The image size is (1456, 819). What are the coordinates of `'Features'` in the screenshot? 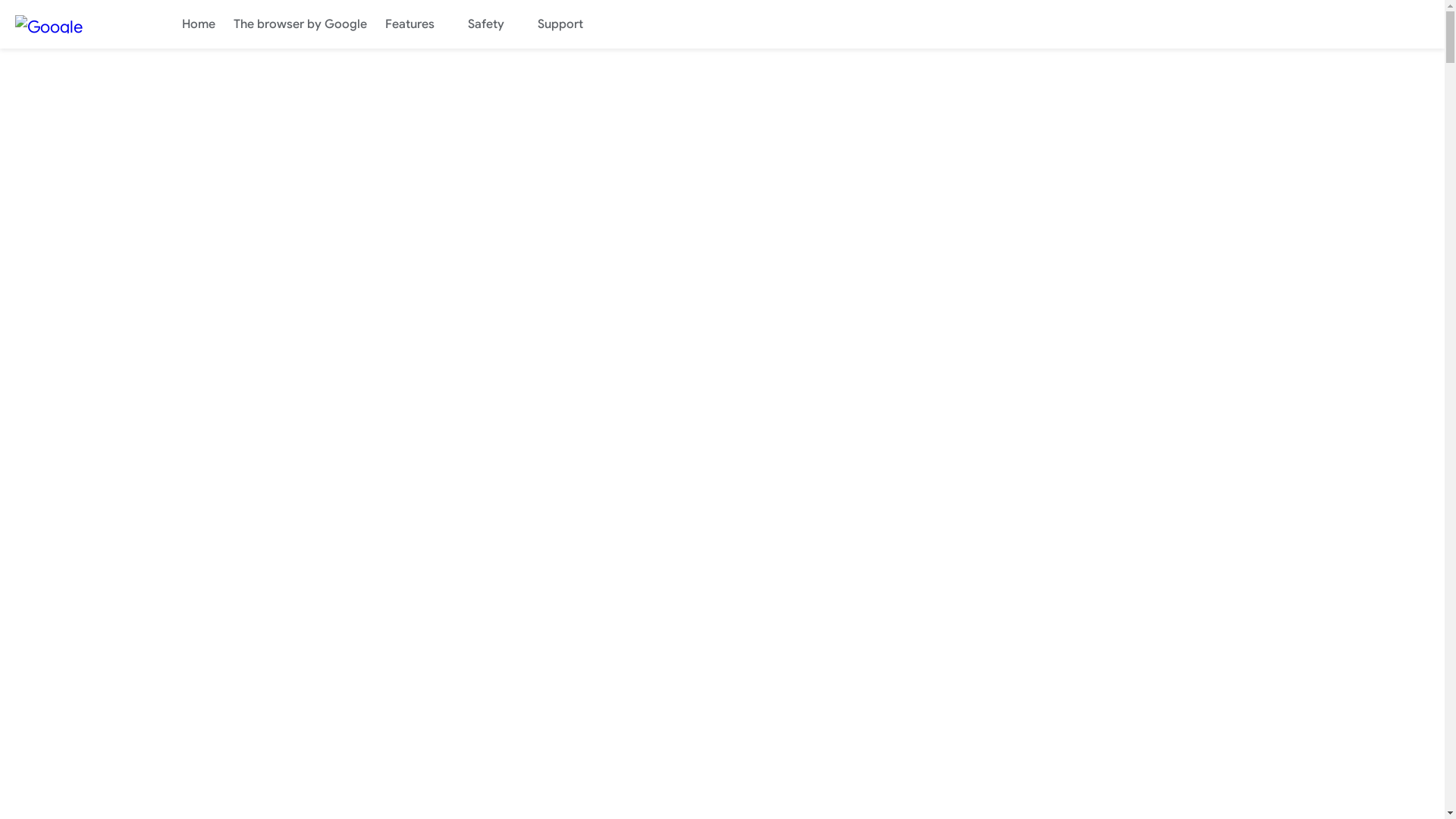 It's located at (417, 24).